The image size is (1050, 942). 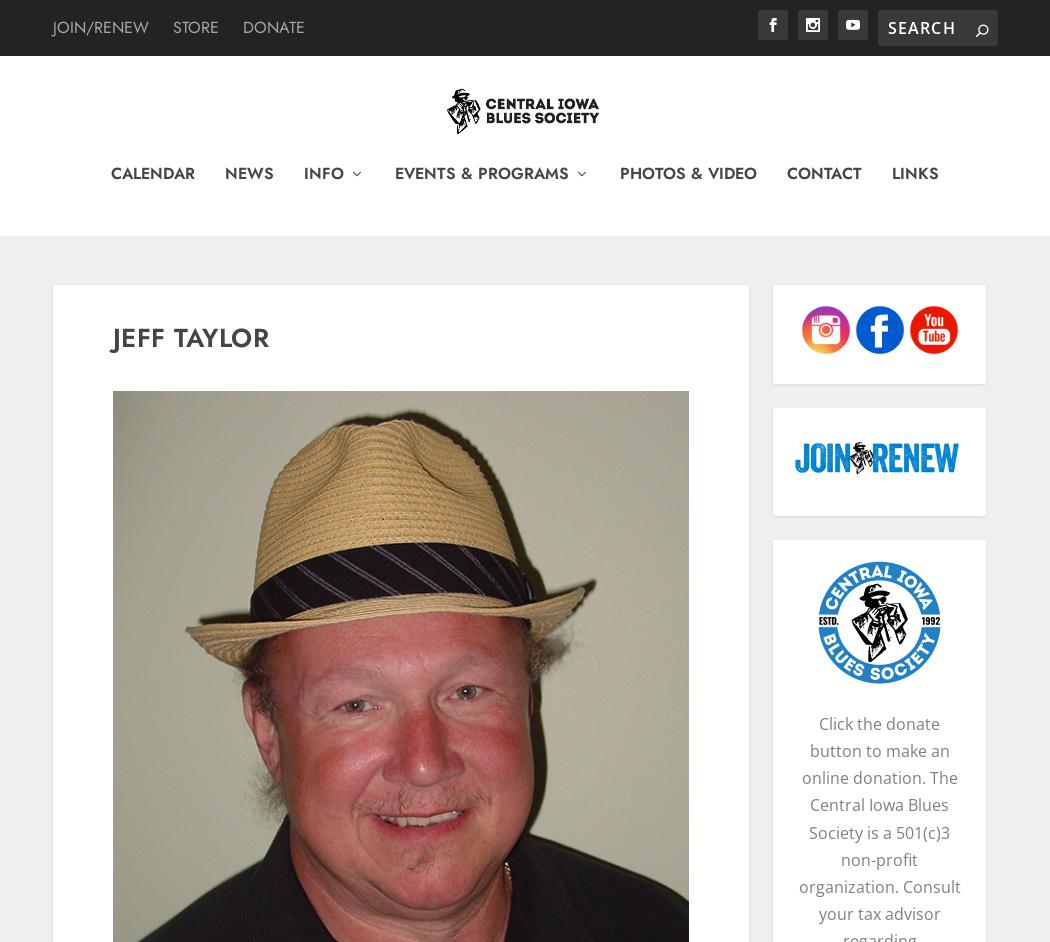 I want to click on 'Events & Programs', so click(x=481, y=182).